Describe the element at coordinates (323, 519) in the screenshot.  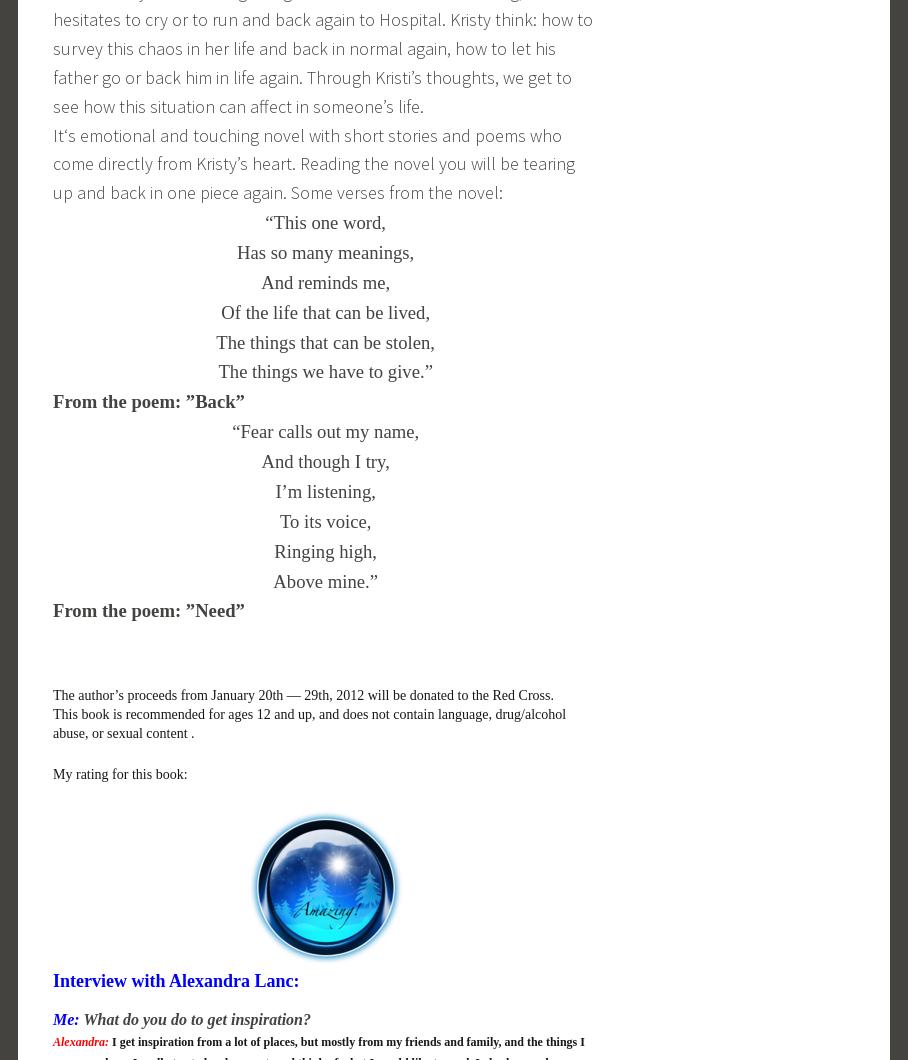
I see `'To its voice,'` at that location.